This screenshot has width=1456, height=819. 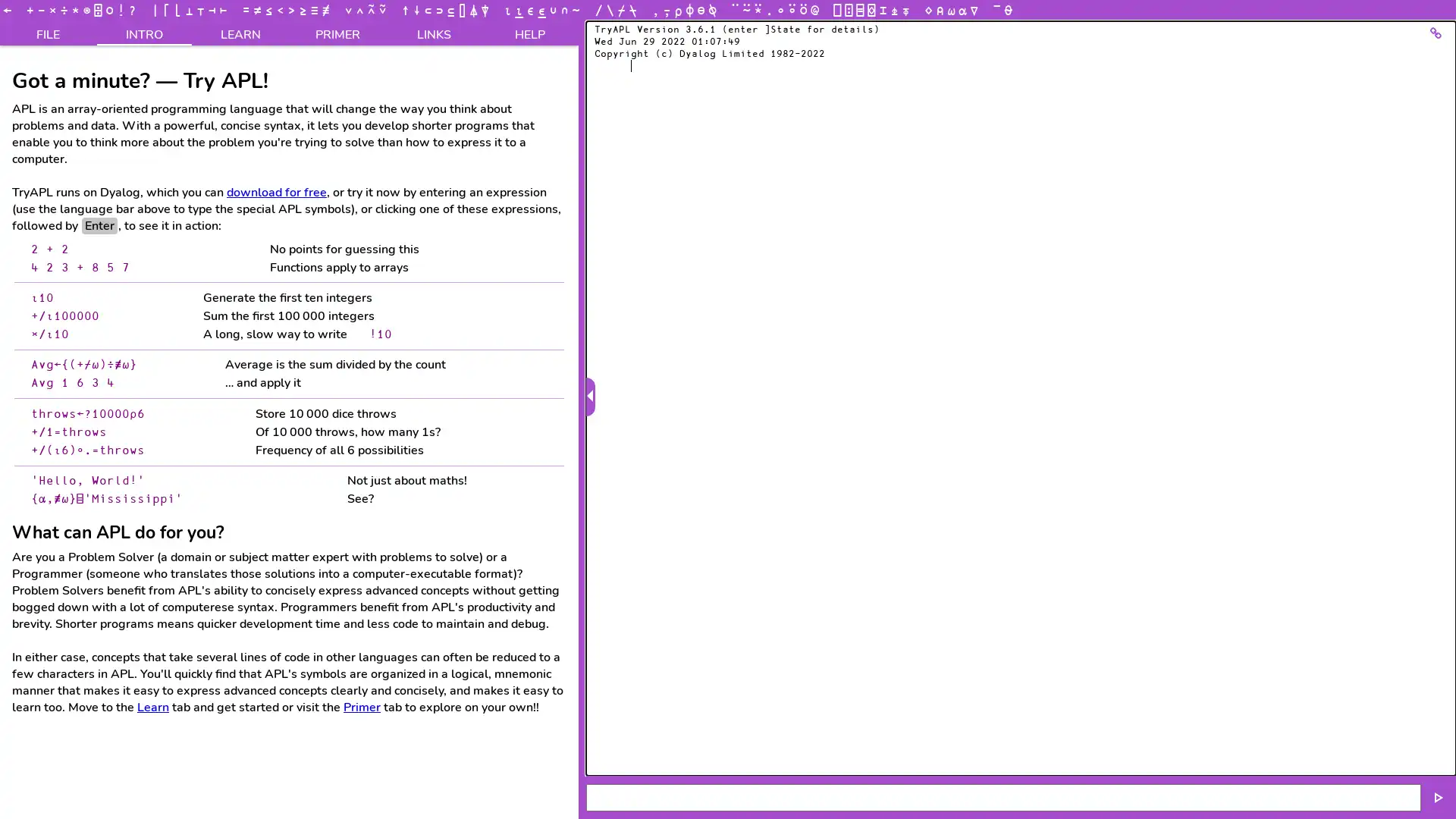 I want to click on PRIMER, so click(x=336, y=33).